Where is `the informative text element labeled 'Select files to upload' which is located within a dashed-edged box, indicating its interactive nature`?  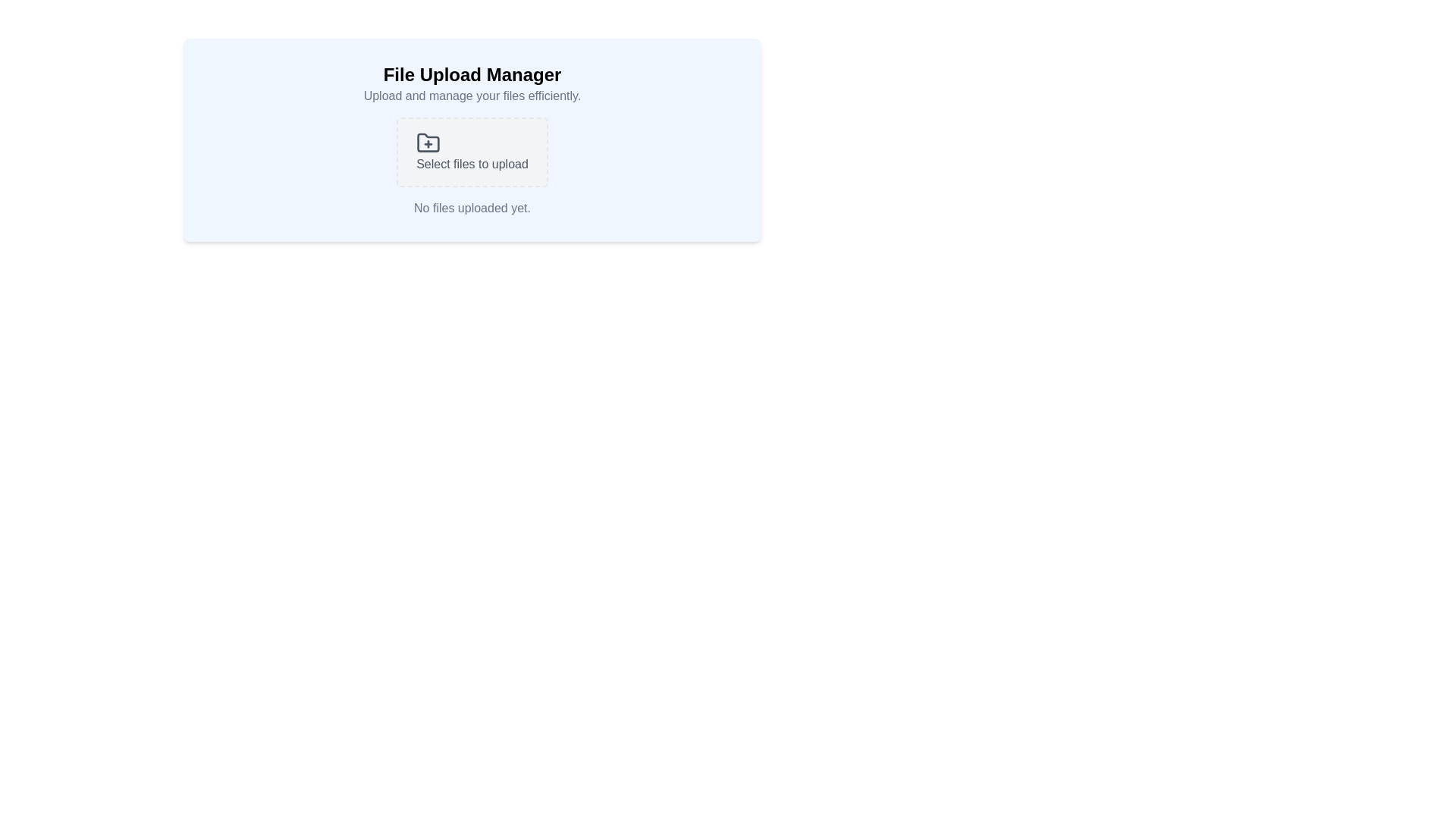 the informative text element labeled 'Select files to upload' which is located within a dashed-edged box, indicating its interactive nature is located at coordinates (472, 164).